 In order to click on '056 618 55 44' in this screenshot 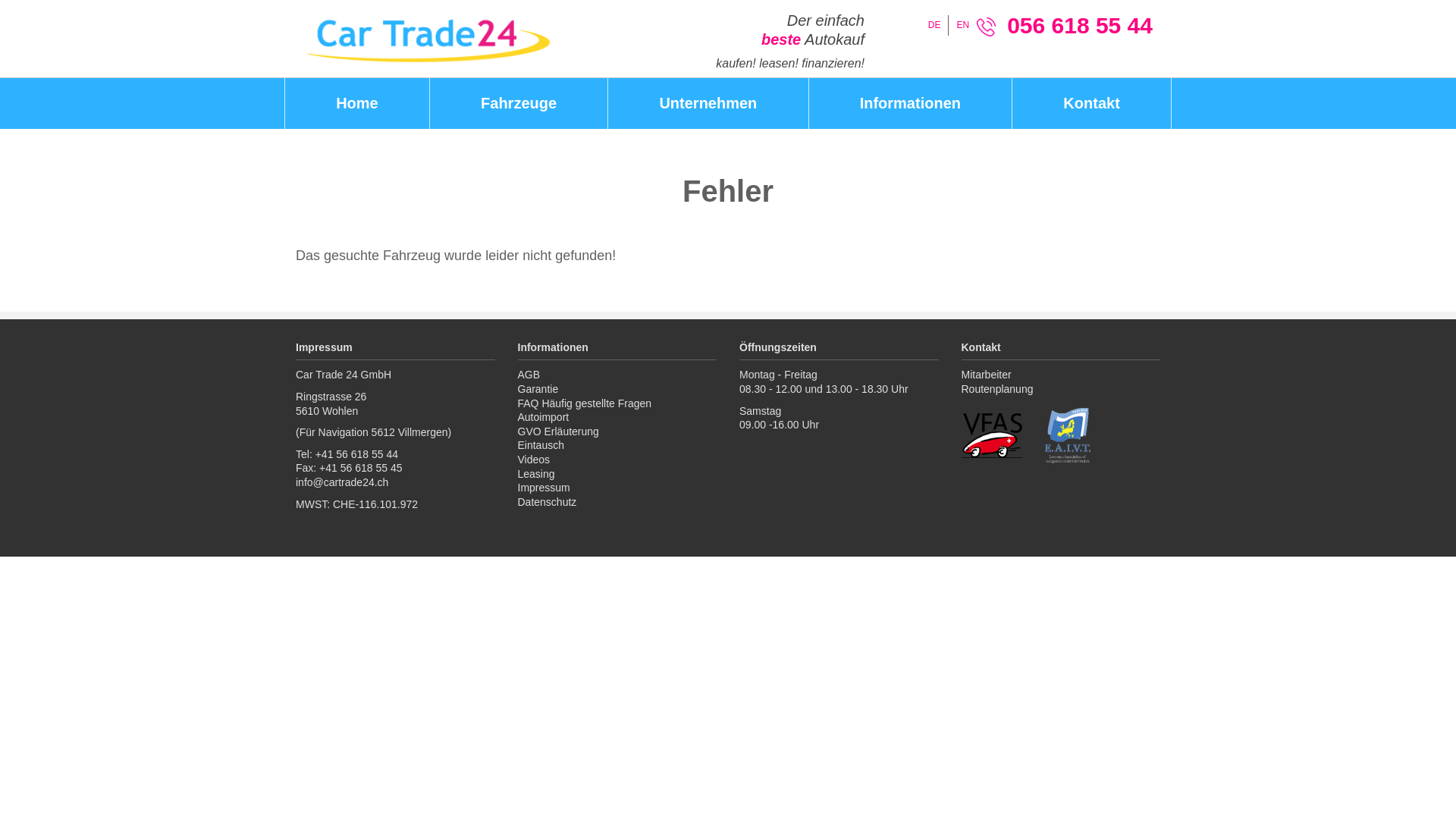, I will do `click(1079, 25)`.